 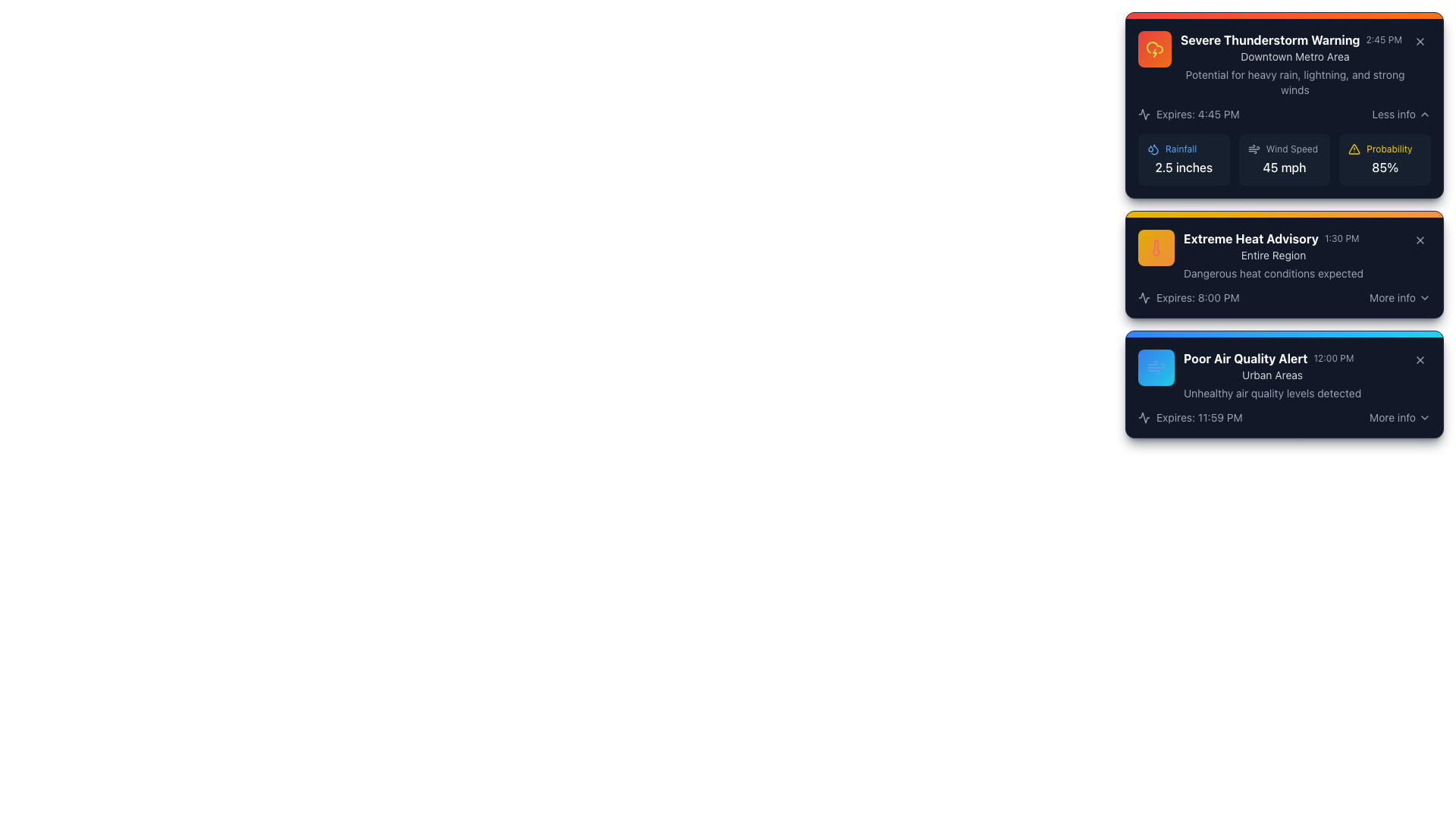 I want to click on the text label reading 'Downtown Metro Area' within the weather alert card titled 'Severe Thunderstorm Warning', so click(x=1294, y=55).